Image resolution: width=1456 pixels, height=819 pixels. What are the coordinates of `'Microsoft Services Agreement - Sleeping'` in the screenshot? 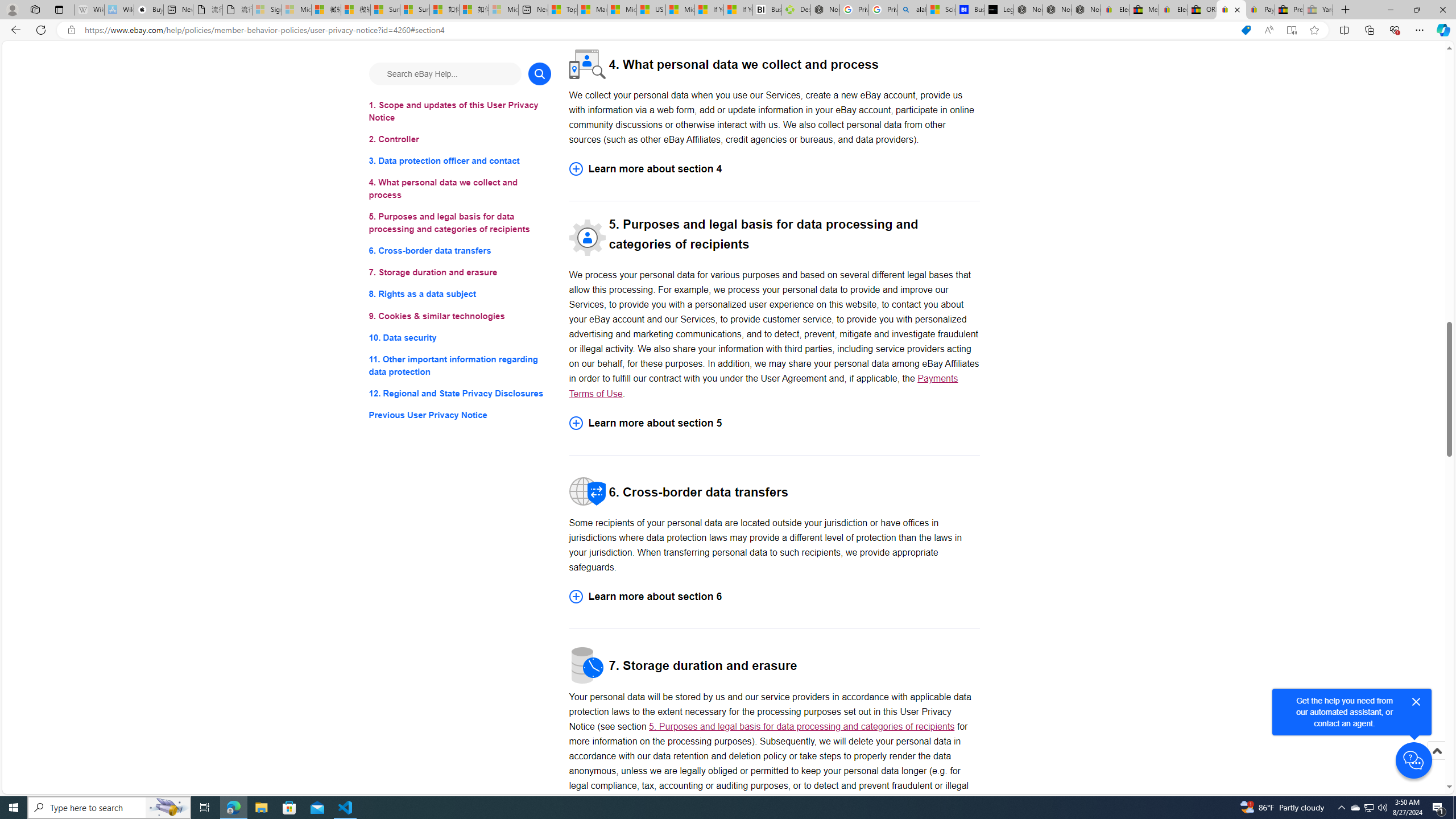 It's located at (295, 9).